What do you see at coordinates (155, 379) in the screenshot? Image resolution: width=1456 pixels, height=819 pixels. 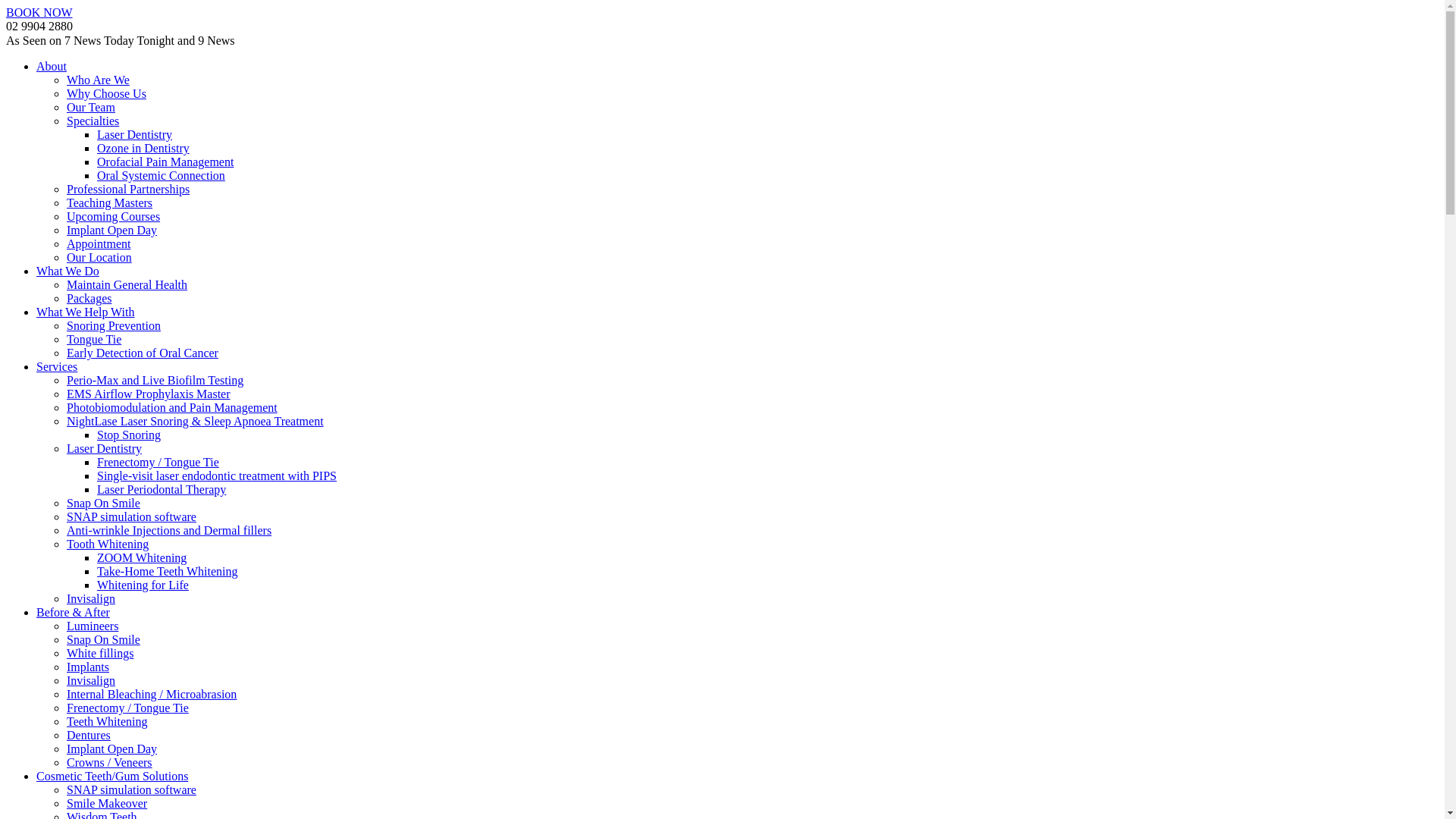 I see `'Perio-Max and Live Biofilm Testing'` at bounding box center [155, 379].